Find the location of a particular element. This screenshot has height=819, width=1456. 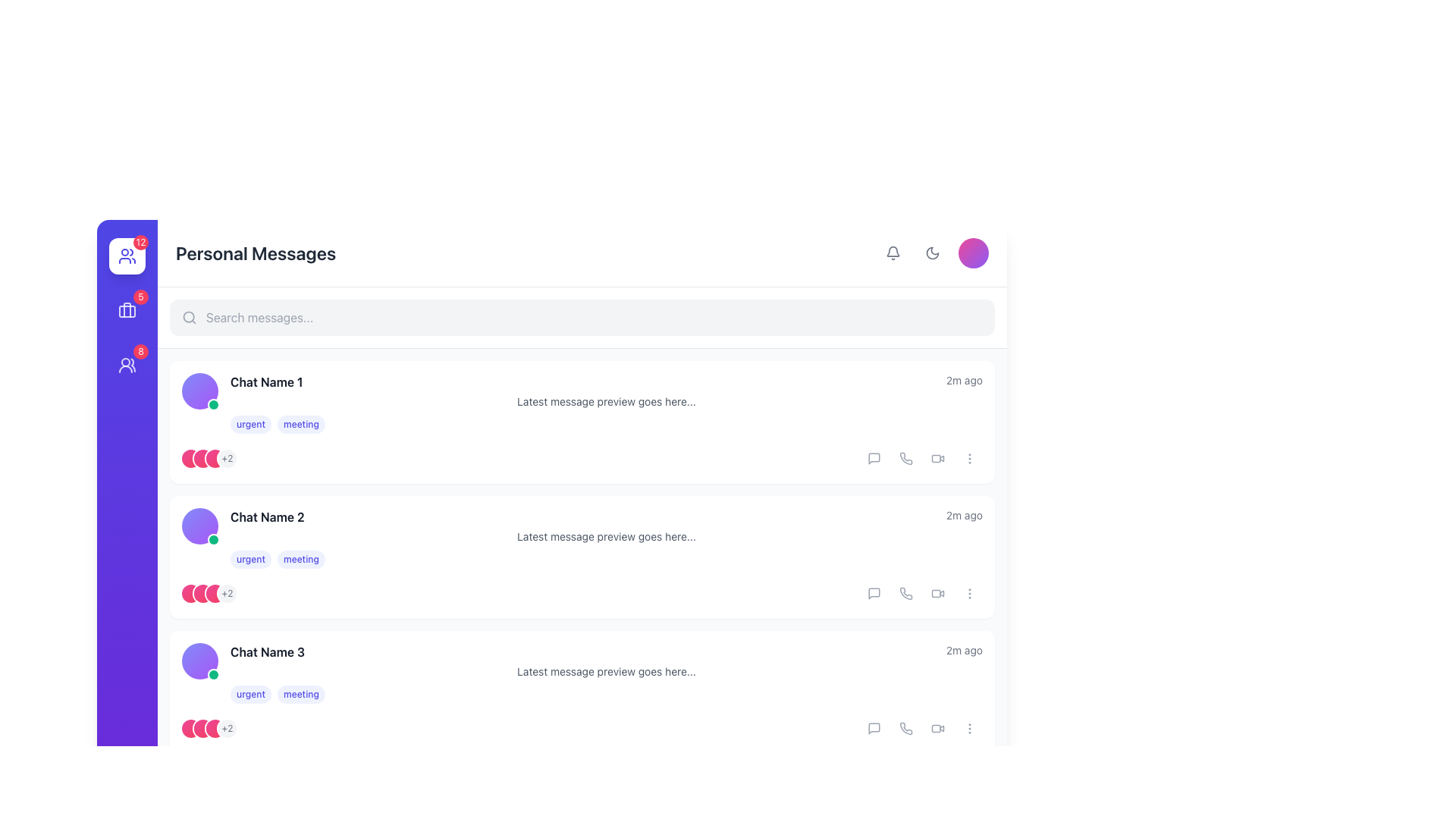

the vertically aligned three-dot icon button located at the end of the row of interactive icons next to the phone icon is located at coordinates (968, 593).